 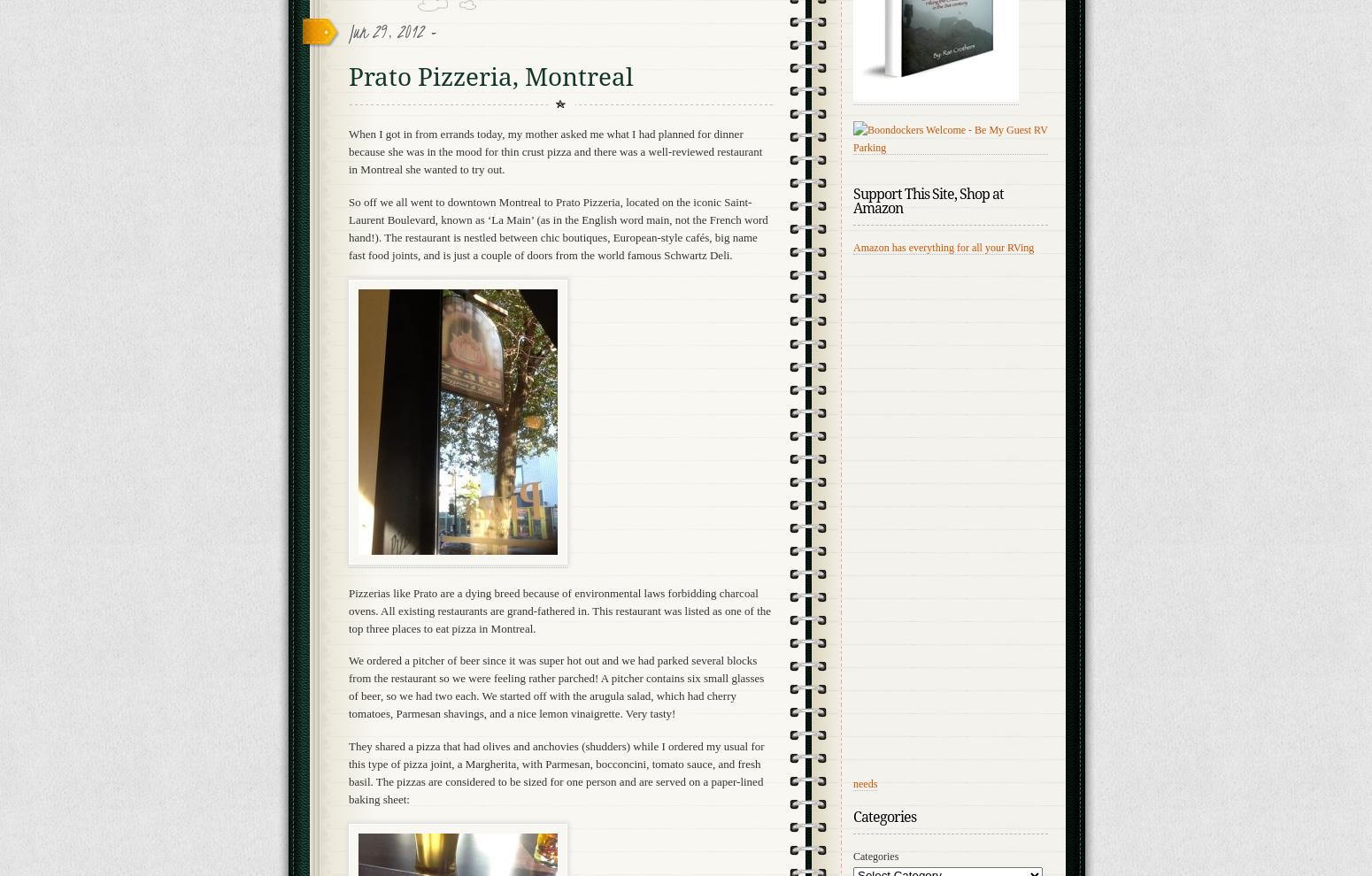 I want to click on 'Pizzerias like Prato are a dying breed because of environmental laws forbidding charcoal ovens. All existing restaurants are grand-fathered in. This restaurant was listed as one of the top three places to eat pizza in Montreal.', so click(x=559, y=610).